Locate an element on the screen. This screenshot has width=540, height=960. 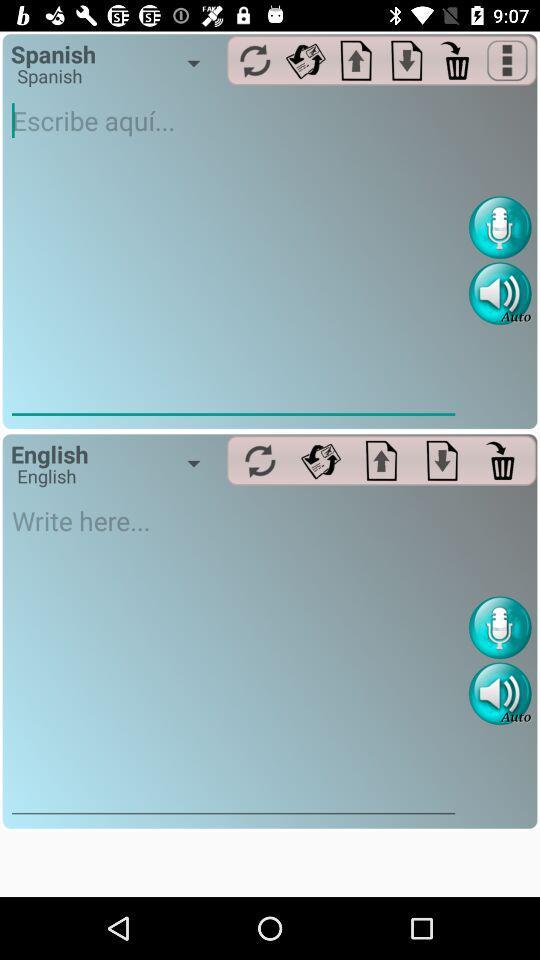
reverse area is located at coordinates (305, 59).